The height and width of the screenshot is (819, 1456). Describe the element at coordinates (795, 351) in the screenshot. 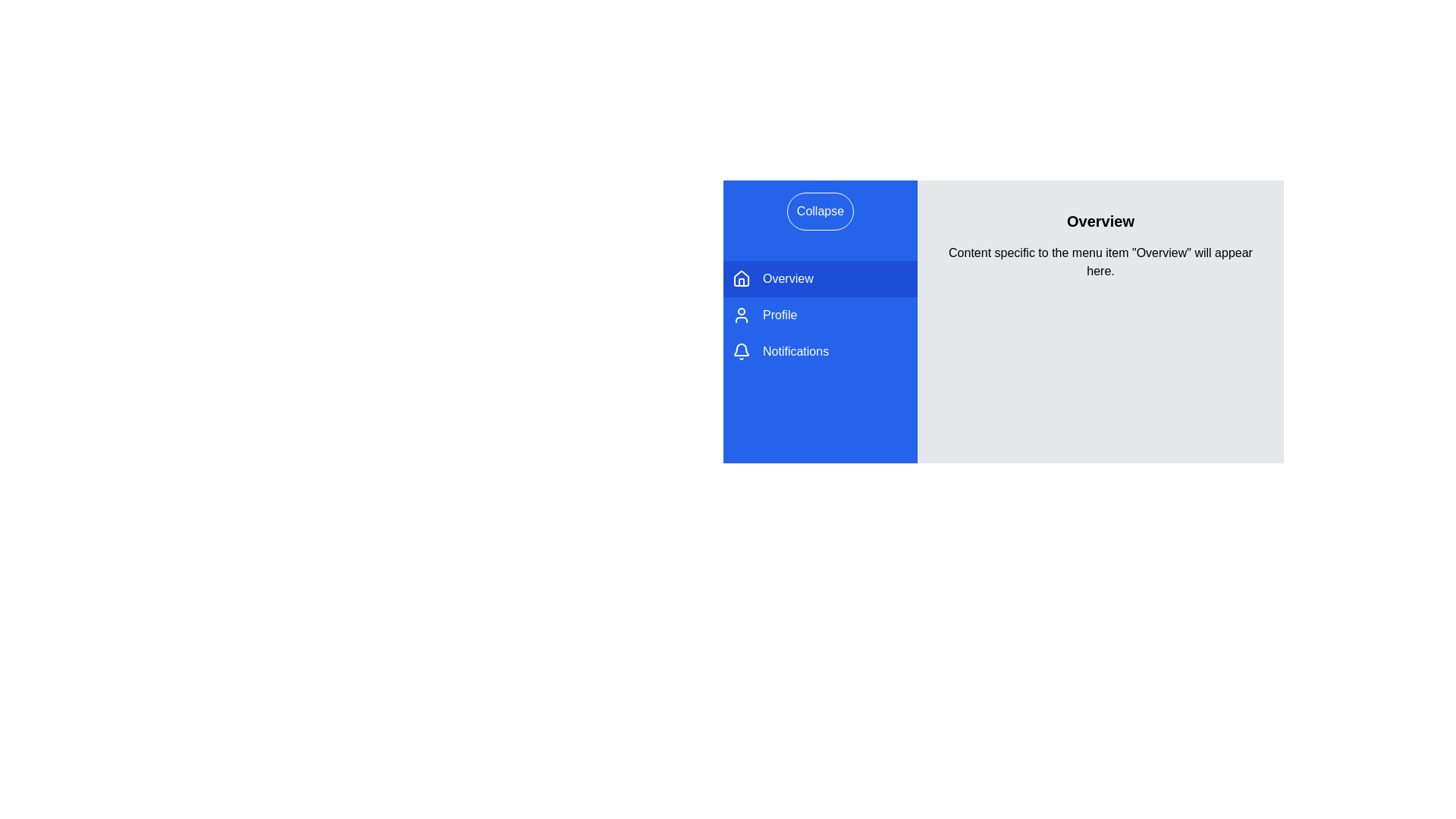

I see `the static text label reading 'Notifications' in the sidebar menu, which is aligned with the bell icon on its left` at that location.